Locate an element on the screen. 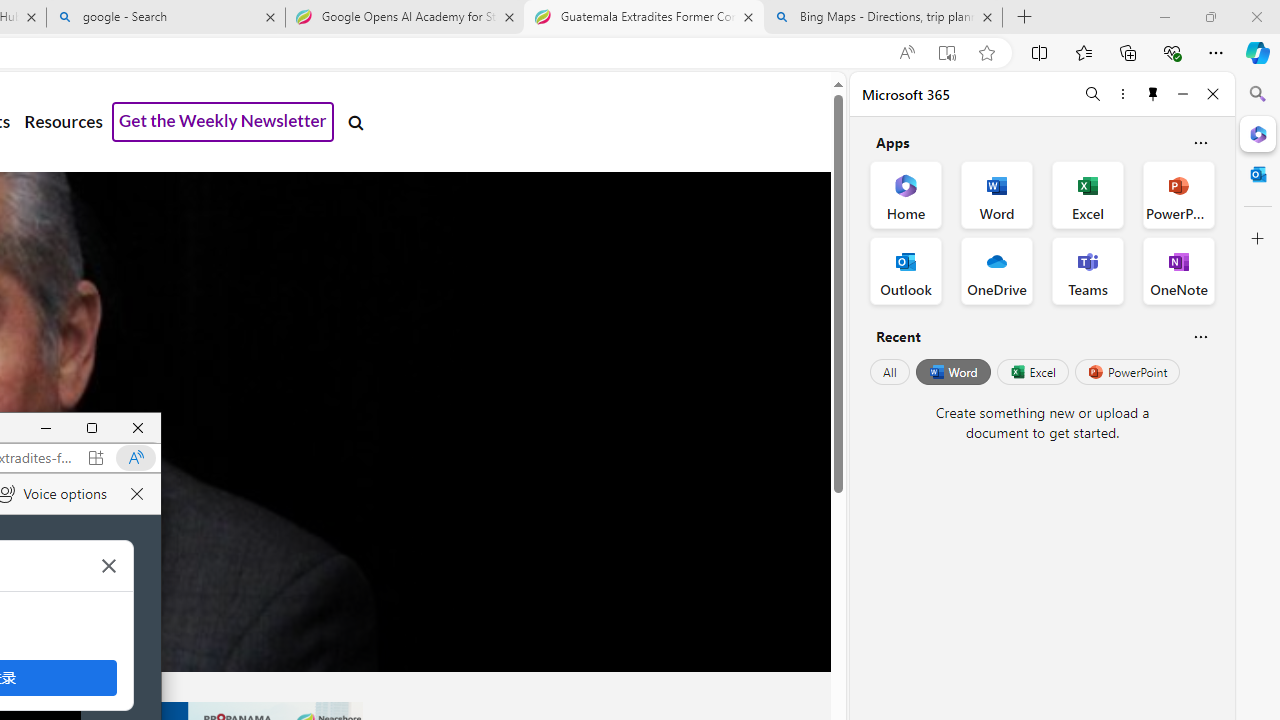 This screenshot has height=720, width=1280. 'Get the Weekly Newsletter' is located at coordinates (223, 122).